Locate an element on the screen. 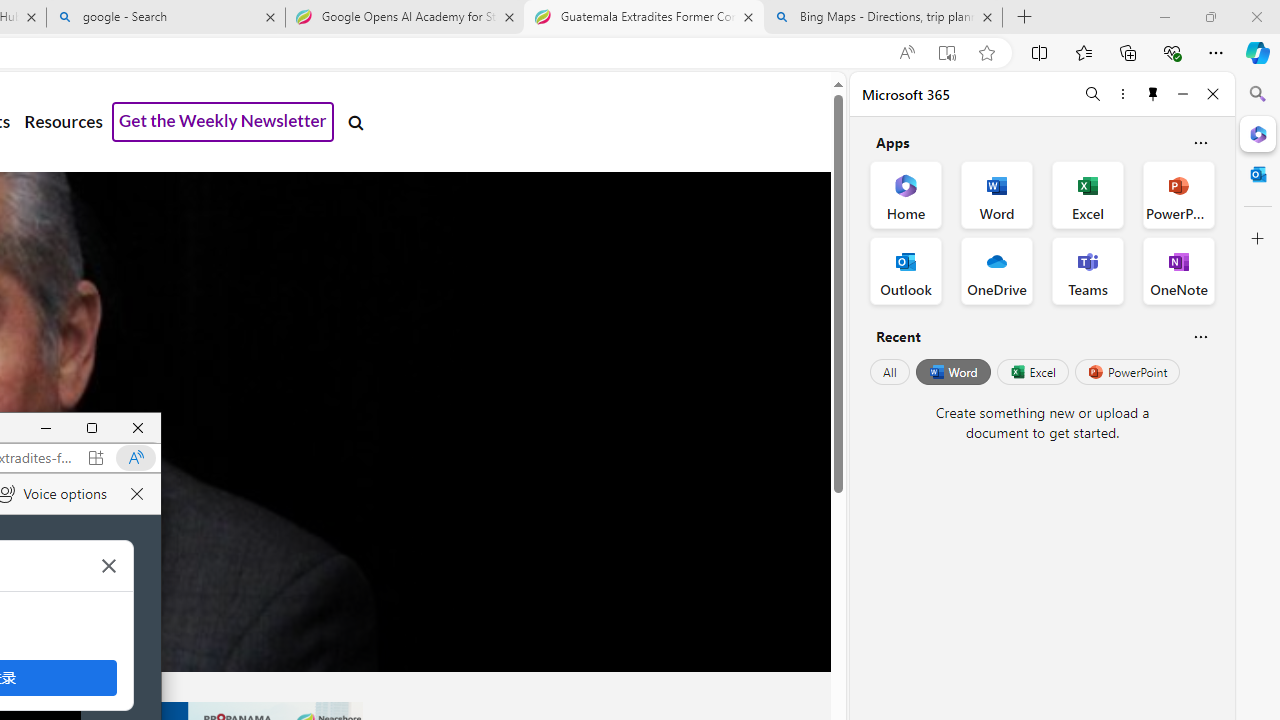 This screenshot has height=720, width=1280. 'Get the Weekly Newsletter' is located at coordinates (223, 122).